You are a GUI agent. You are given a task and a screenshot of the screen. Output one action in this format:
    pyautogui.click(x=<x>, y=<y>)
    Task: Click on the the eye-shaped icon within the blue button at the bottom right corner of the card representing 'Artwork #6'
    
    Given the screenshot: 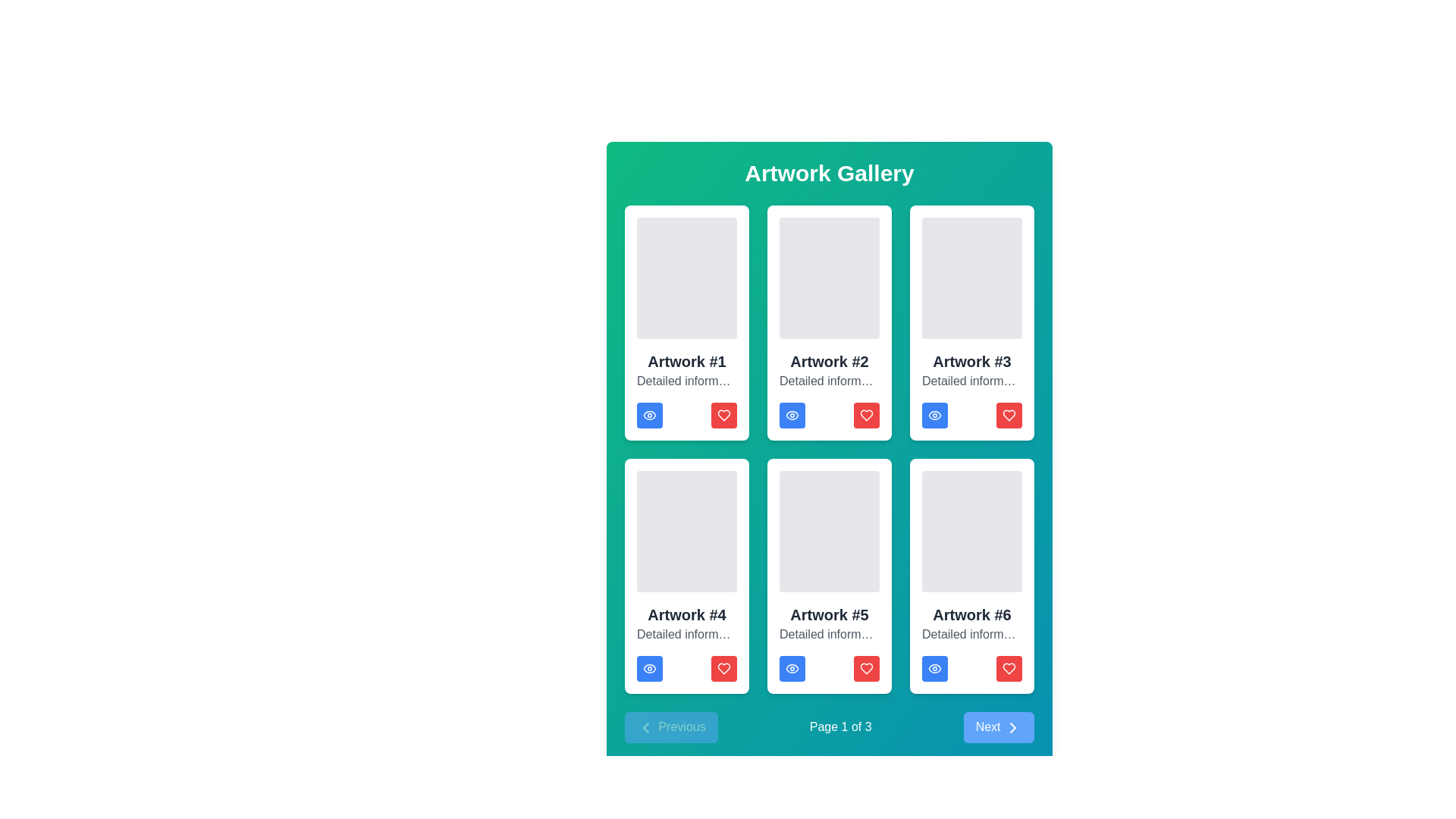 What is the action you would take?
    pyautogui.click(x=934, y=668)
    